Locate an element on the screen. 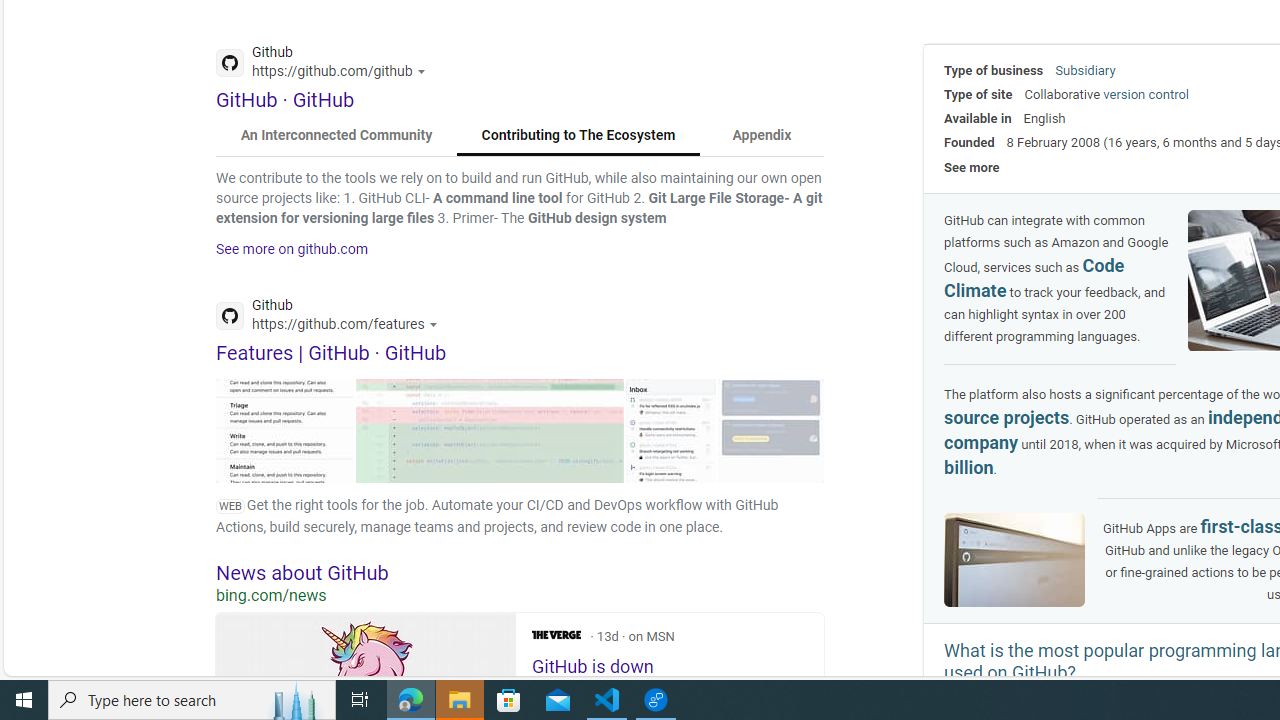 The width and height of the screenshot is (1280, 720). 'An Interconnected Community' is located at coordinates (337, 135).